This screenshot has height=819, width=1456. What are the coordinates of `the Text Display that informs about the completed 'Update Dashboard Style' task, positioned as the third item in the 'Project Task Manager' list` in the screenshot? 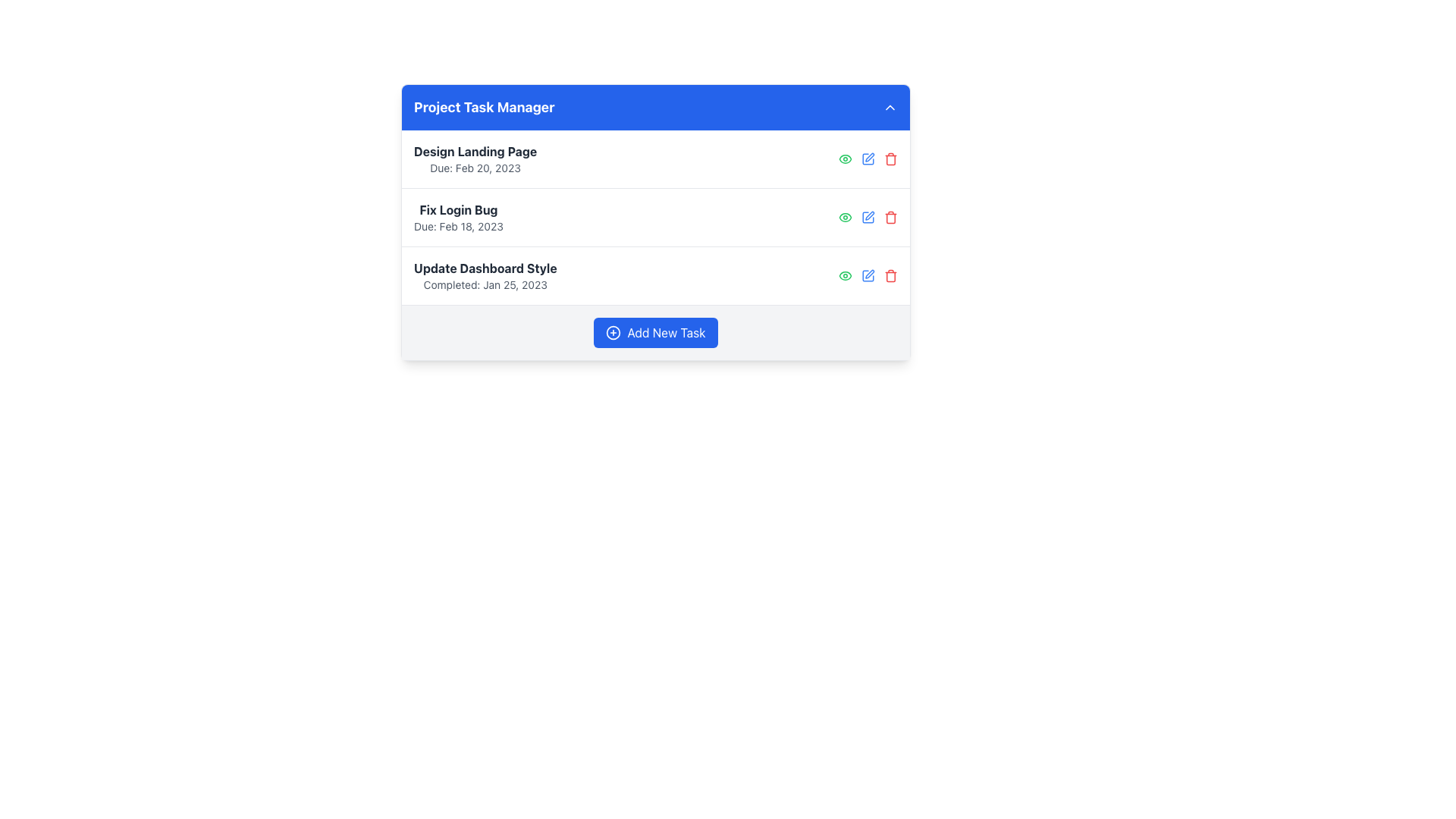 It's located at (485, 275).